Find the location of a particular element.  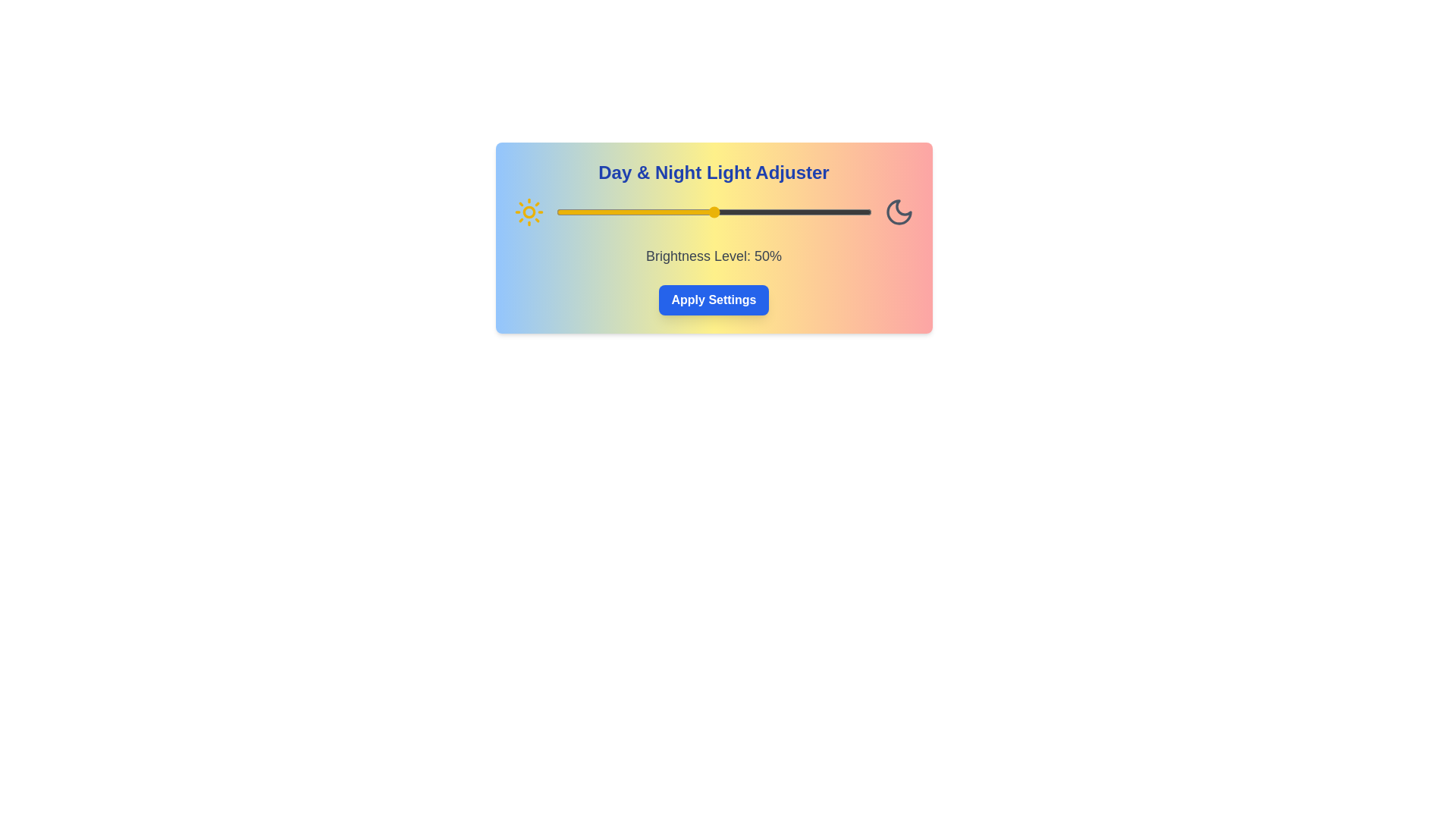

the brightness level to 71% using the slider is located at coordinates (780, 212).